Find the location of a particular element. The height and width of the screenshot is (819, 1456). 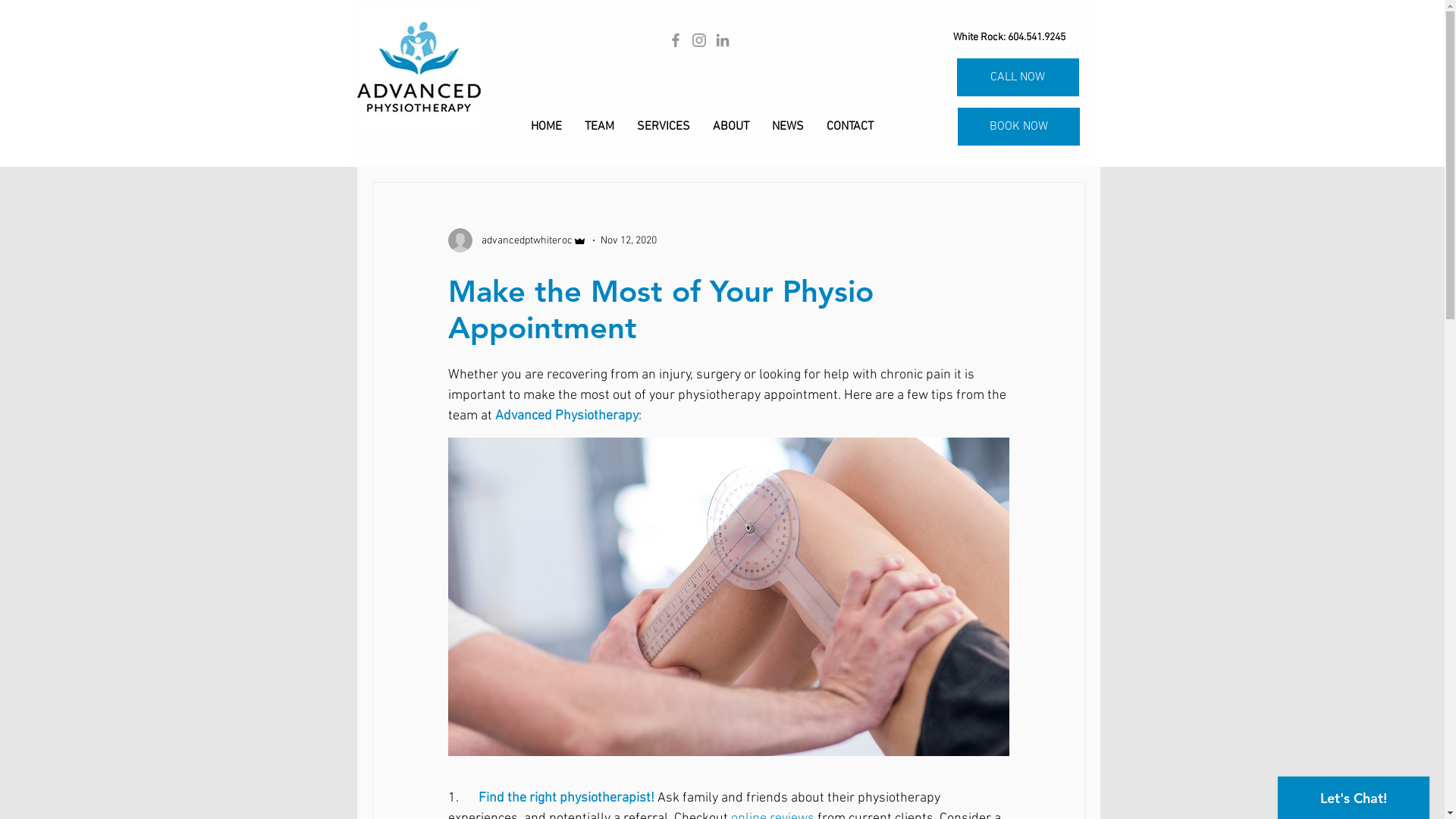

'BOOK NOW' is located at coordinates (1018, 125).